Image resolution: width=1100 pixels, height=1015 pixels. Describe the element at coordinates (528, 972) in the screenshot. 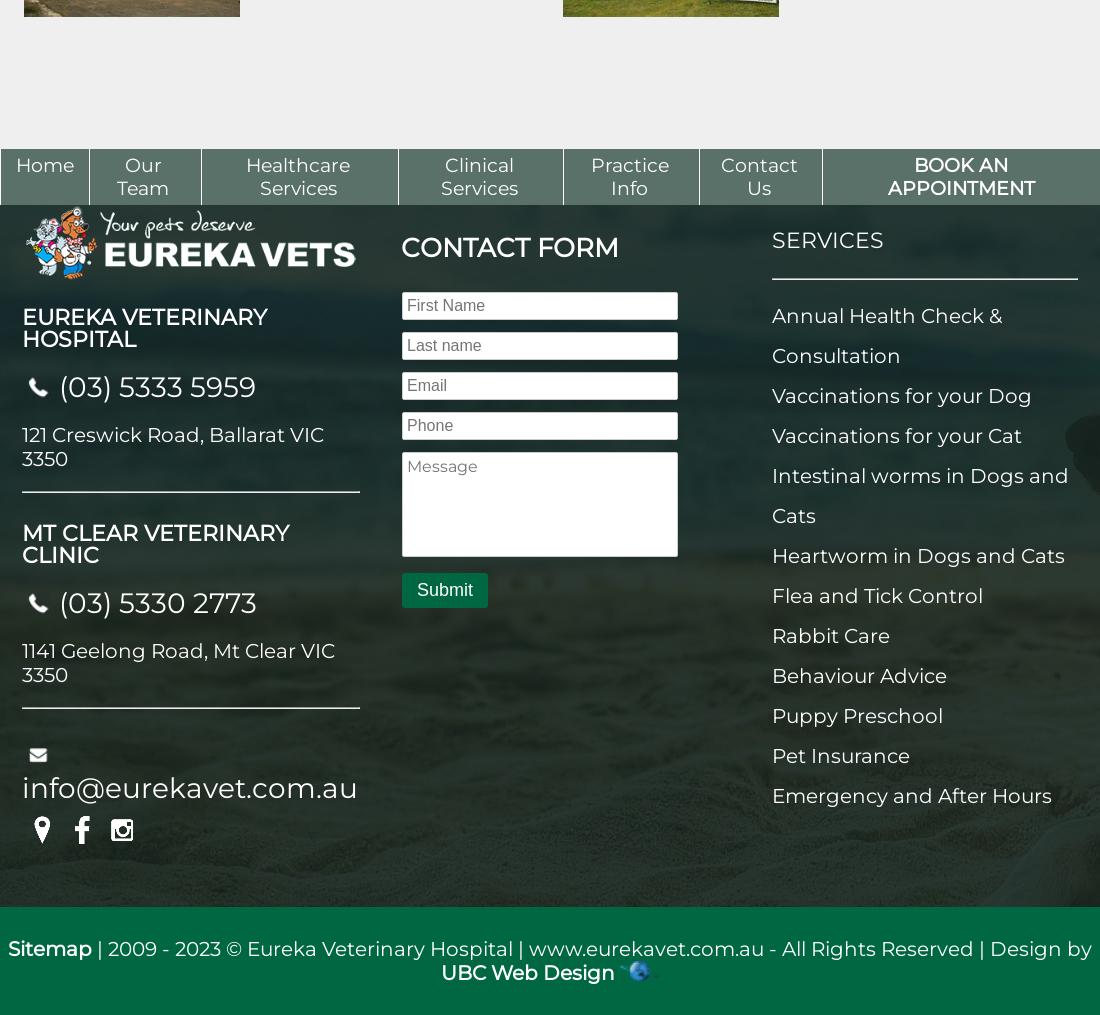

I see `'UBC Web Design'` at that location.